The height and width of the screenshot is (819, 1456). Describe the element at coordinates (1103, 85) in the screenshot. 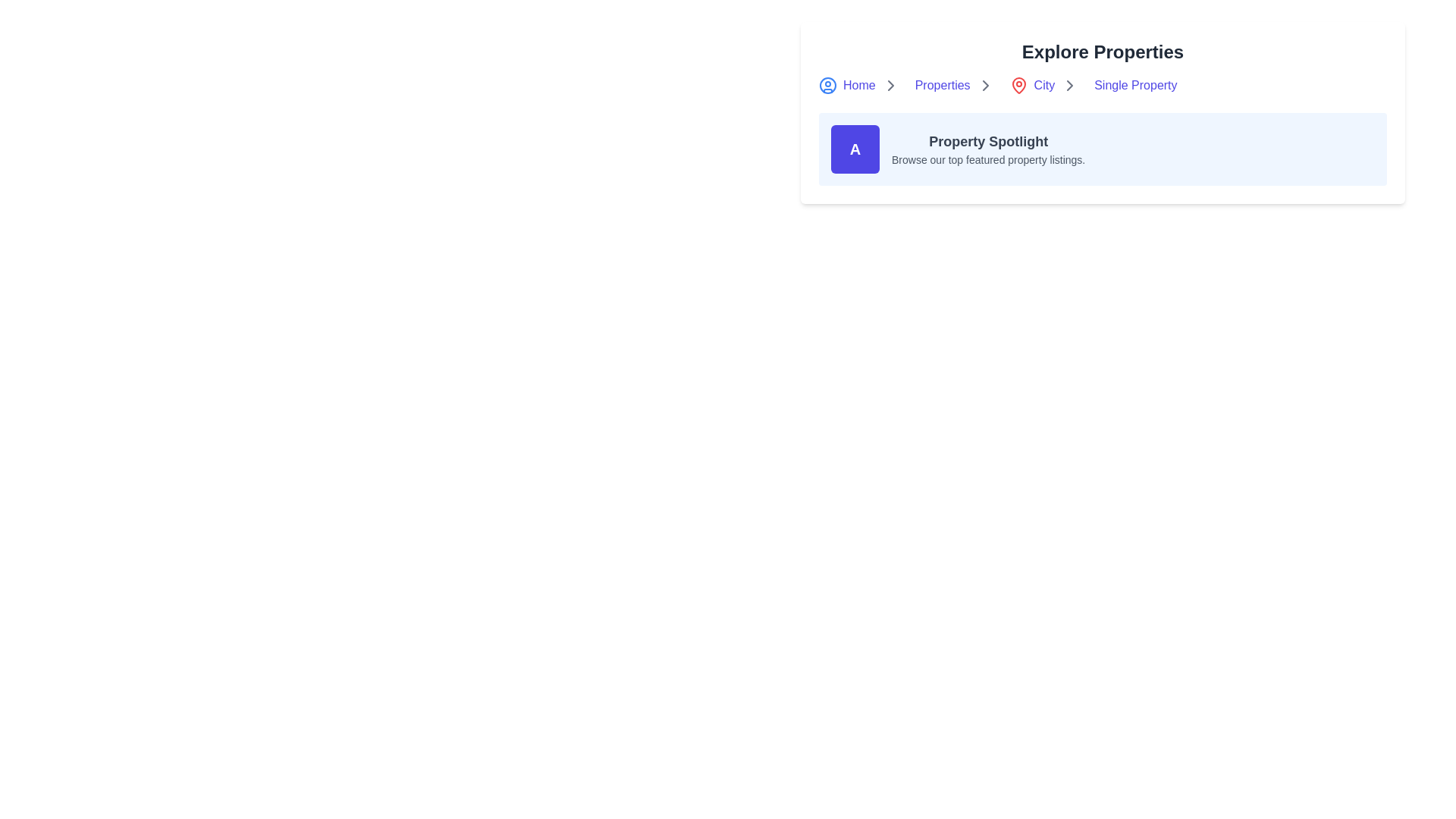

I see `the breadcrumb navigation item located below the 'Explore Properties' heading` at that location.